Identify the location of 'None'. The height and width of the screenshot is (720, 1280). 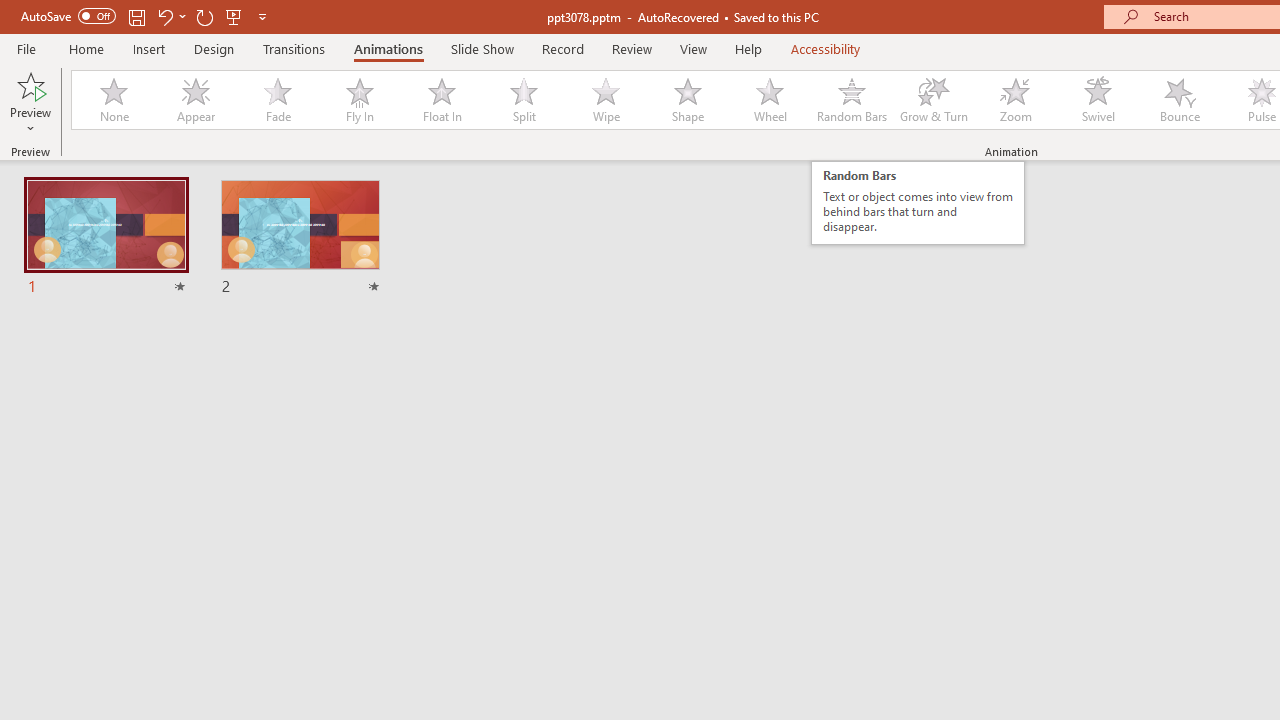
(112, 100).